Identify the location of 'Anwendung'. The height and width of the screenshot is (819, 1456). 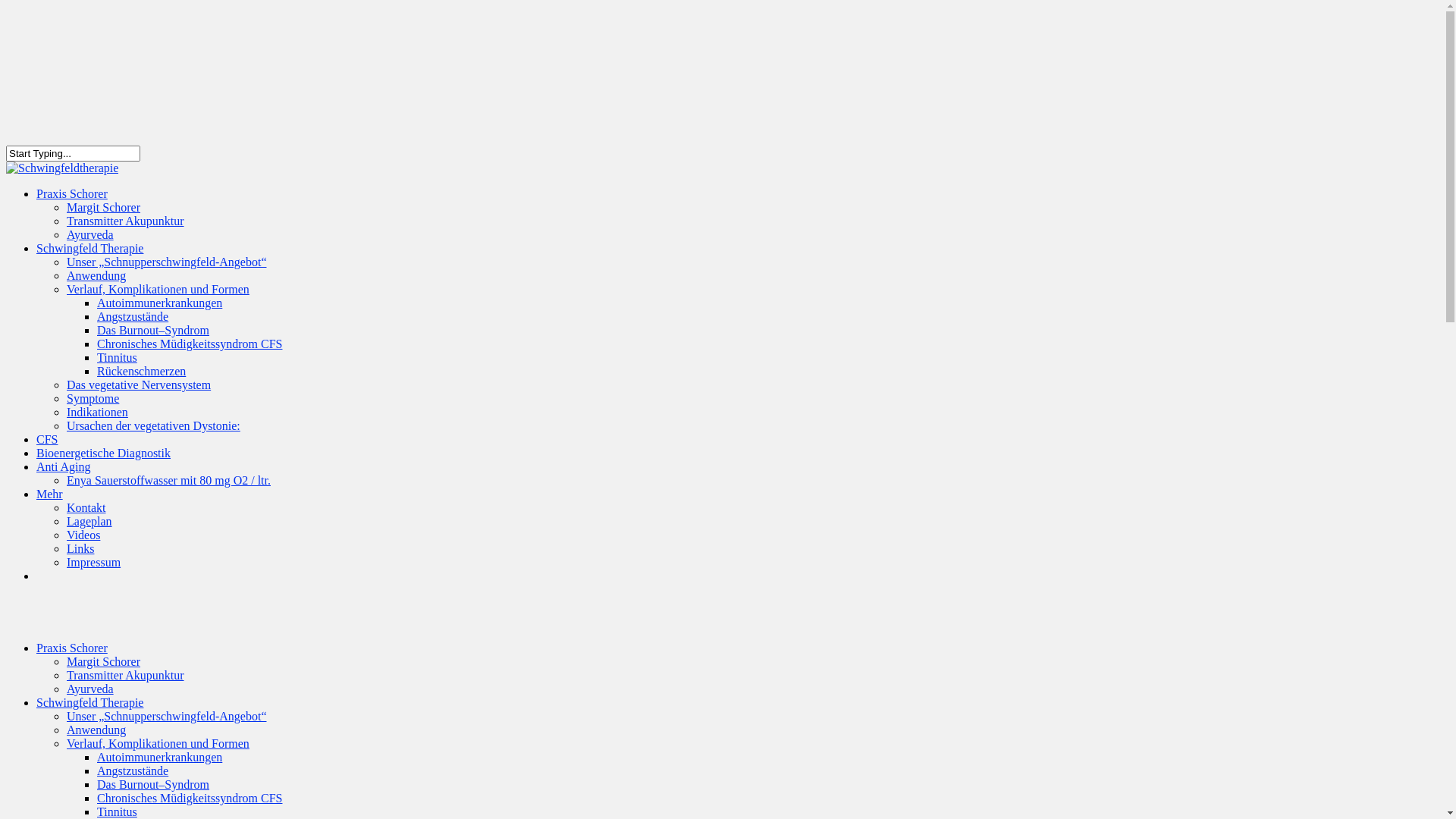
(95, 275).